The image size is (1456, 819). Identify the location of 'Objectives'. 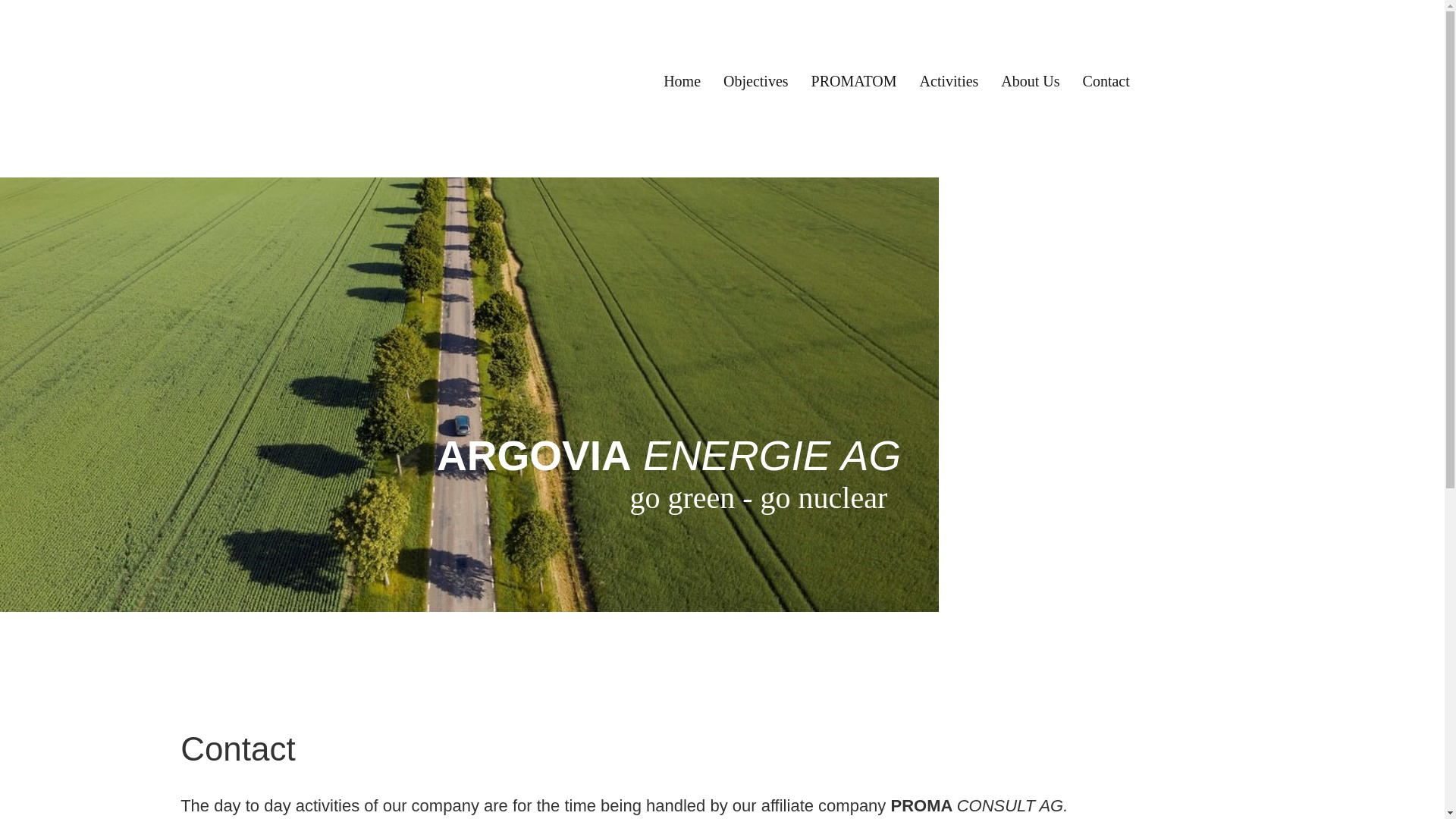
(756, 81).